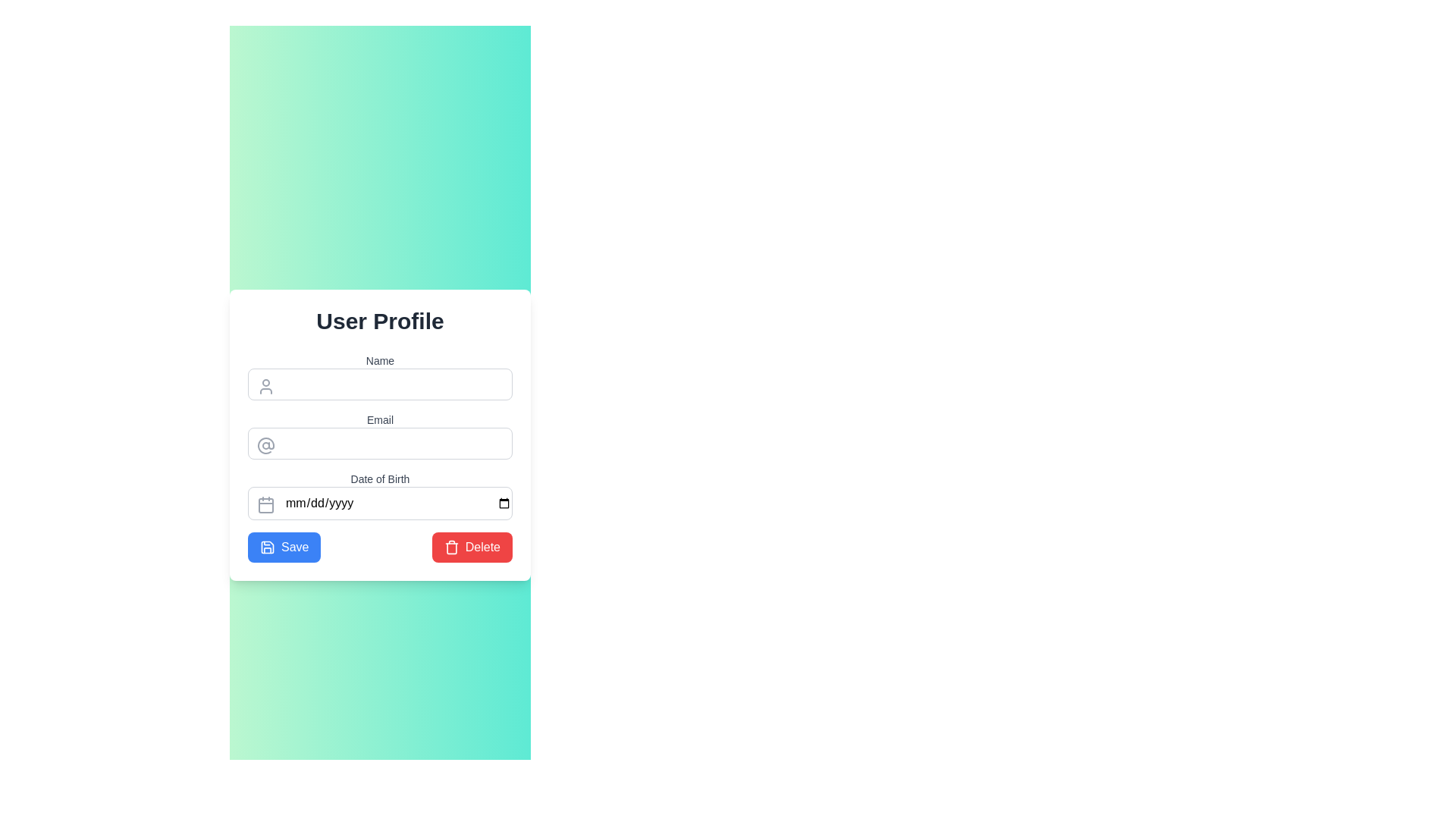 Image resolution: width=1456 pixels, height=819 pixels. Describe the element at coordinates (284, 547) in the screenshot. I see `the 'Save' button located` at that location.